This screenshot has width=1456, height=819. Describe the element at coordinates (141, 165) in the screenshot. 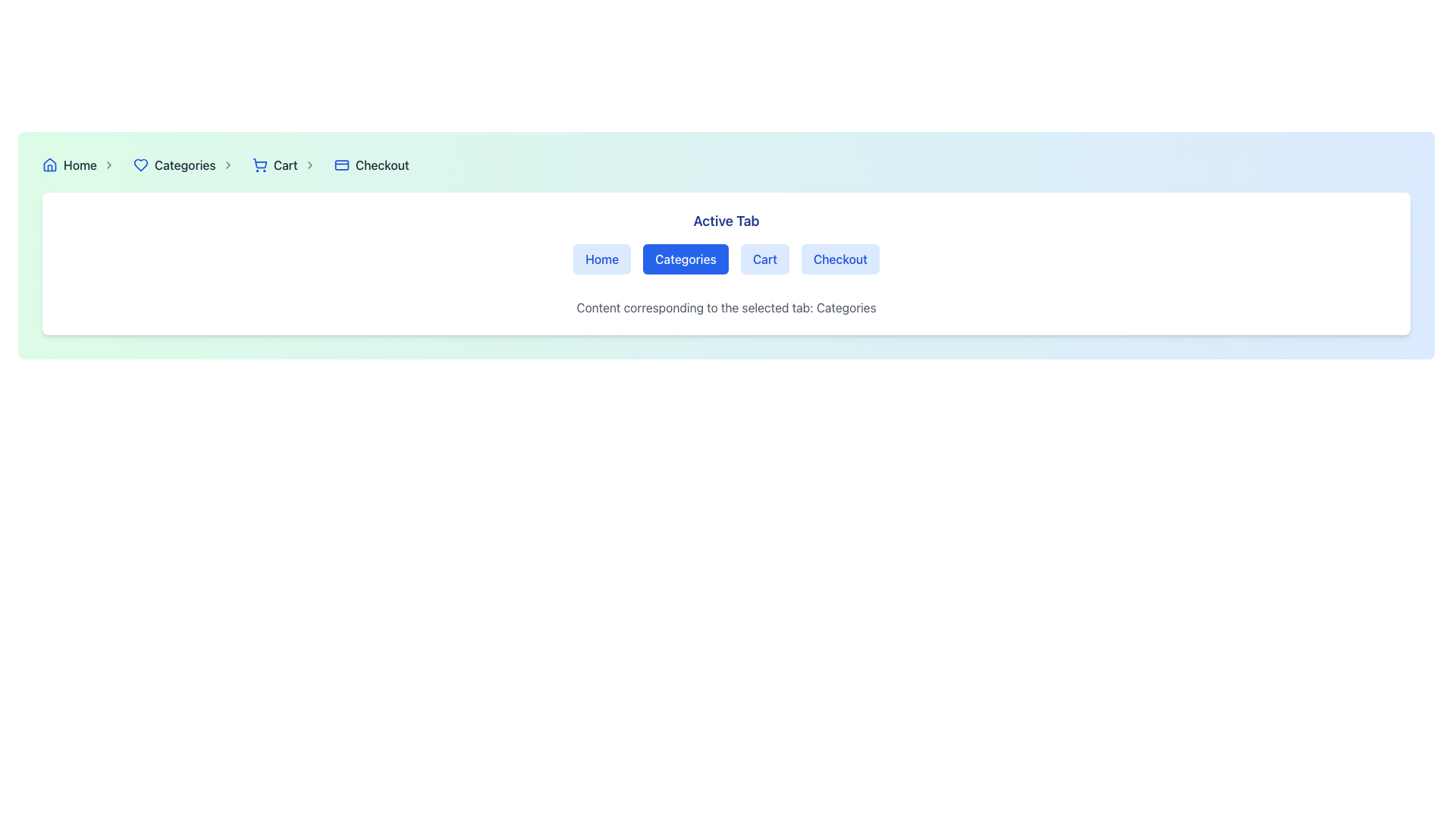

I see `the heart icon representing the 'Categories' section in the breadcrumb navigation bar, located to the left of the 'Categories' text` at that location.